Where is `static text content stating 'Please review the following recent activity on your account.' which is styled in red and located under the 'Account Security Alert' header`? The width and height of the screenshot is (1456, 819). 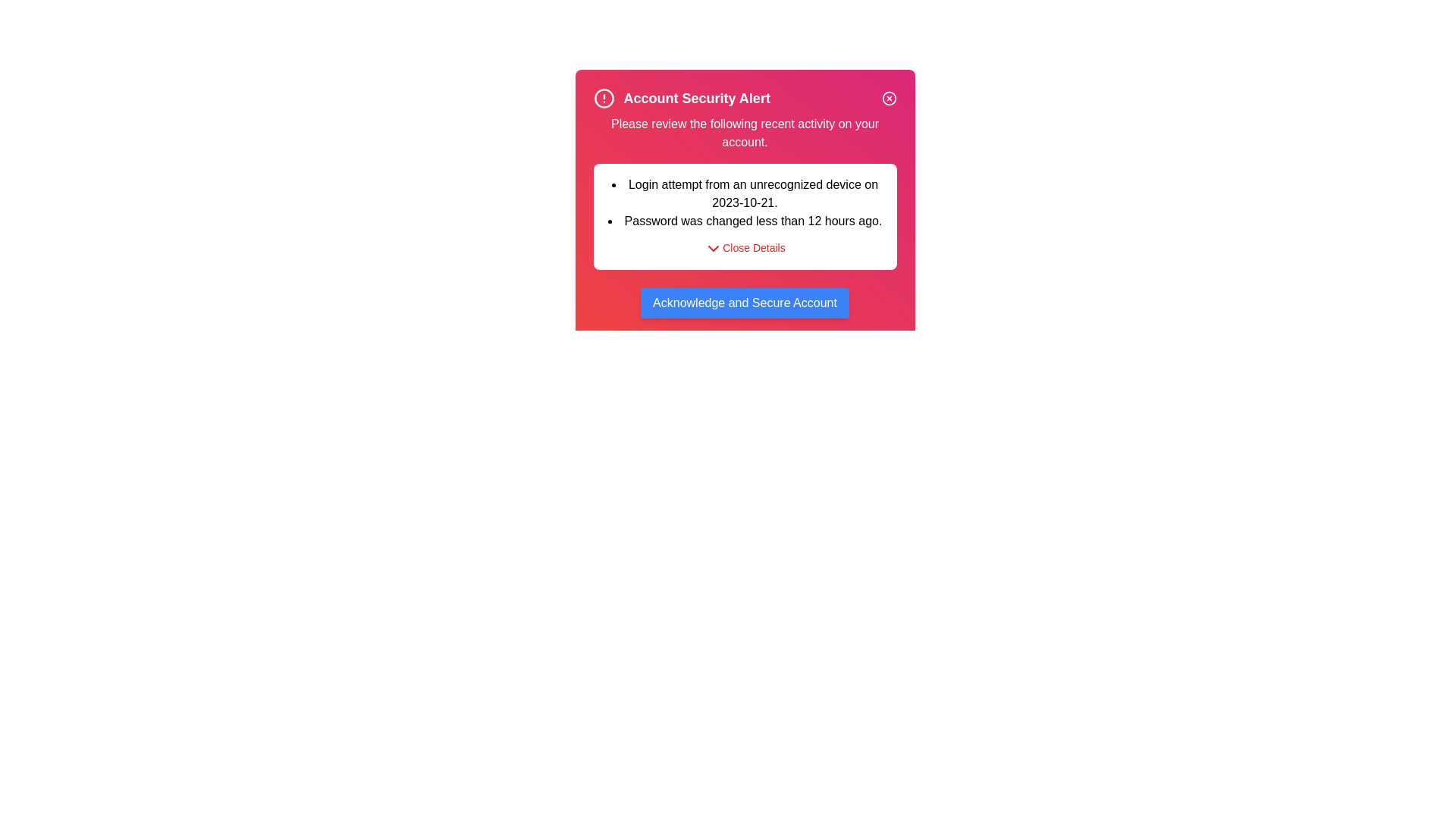
static text content stating 'Please review the following recent activity on your account.' which is styled in red and located under the 'Account Security Alert' header is located at coordinates (745, 133).